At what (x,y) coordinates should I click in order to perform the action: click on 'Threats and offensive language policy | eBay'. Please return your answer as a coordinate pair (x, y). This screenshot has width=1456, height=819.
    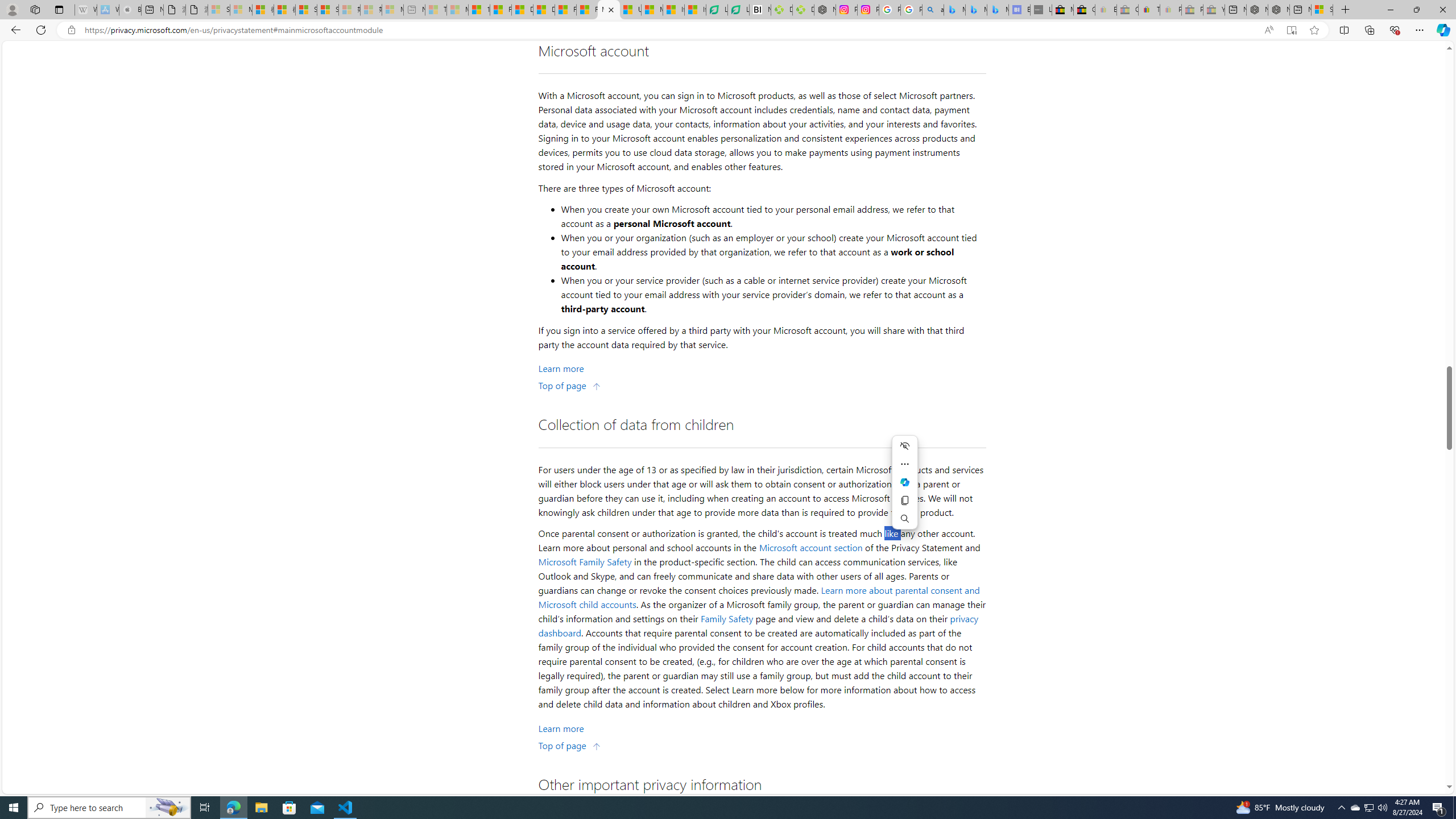
    Looking at the image, I should click on (1149, 9).